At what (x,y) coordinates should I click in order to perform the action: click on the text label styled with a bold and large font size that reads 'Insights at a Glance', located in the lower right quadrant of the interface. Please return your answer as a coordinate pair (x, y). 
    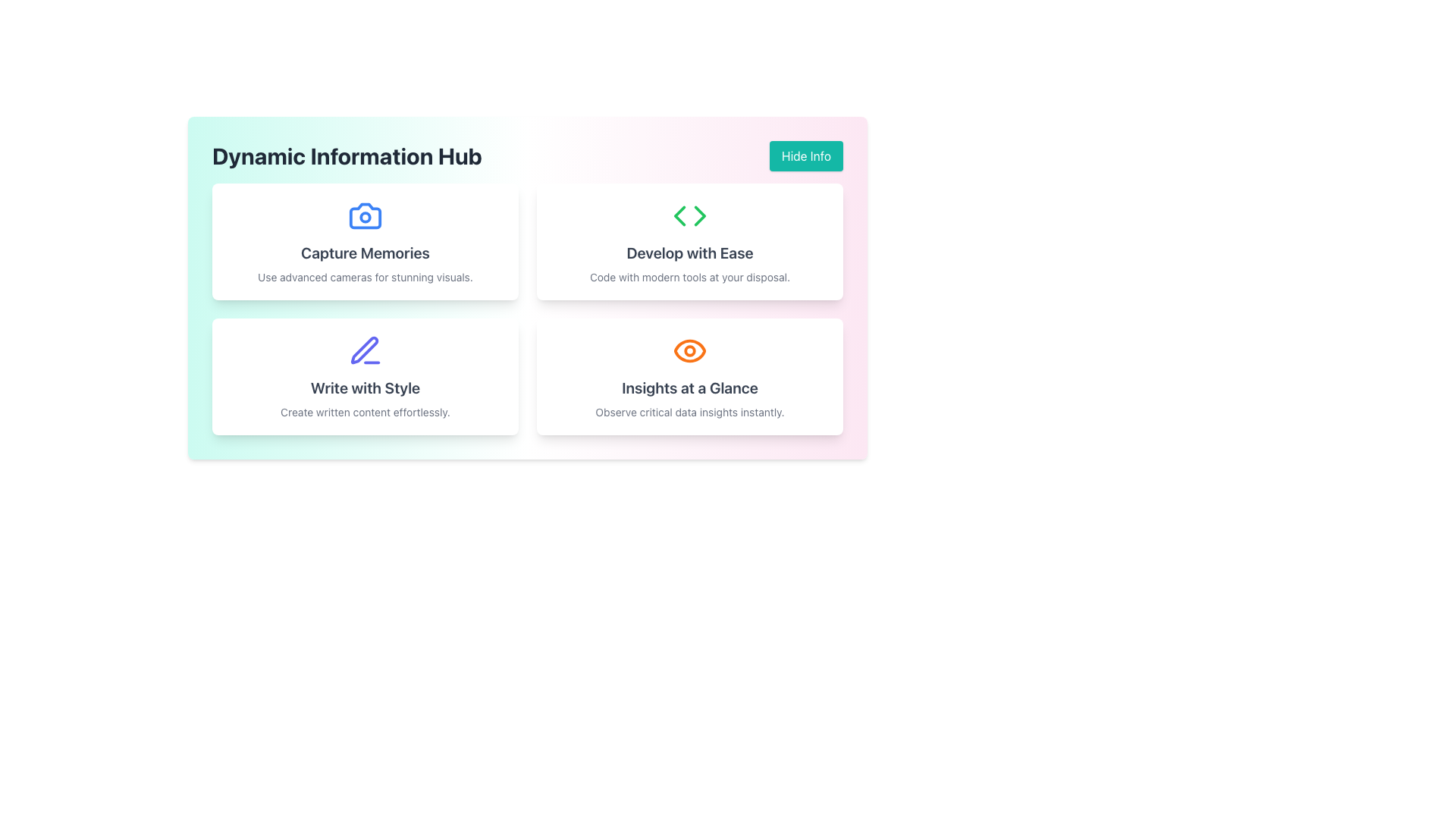
    Looking at the image, I should click on (689, 388).